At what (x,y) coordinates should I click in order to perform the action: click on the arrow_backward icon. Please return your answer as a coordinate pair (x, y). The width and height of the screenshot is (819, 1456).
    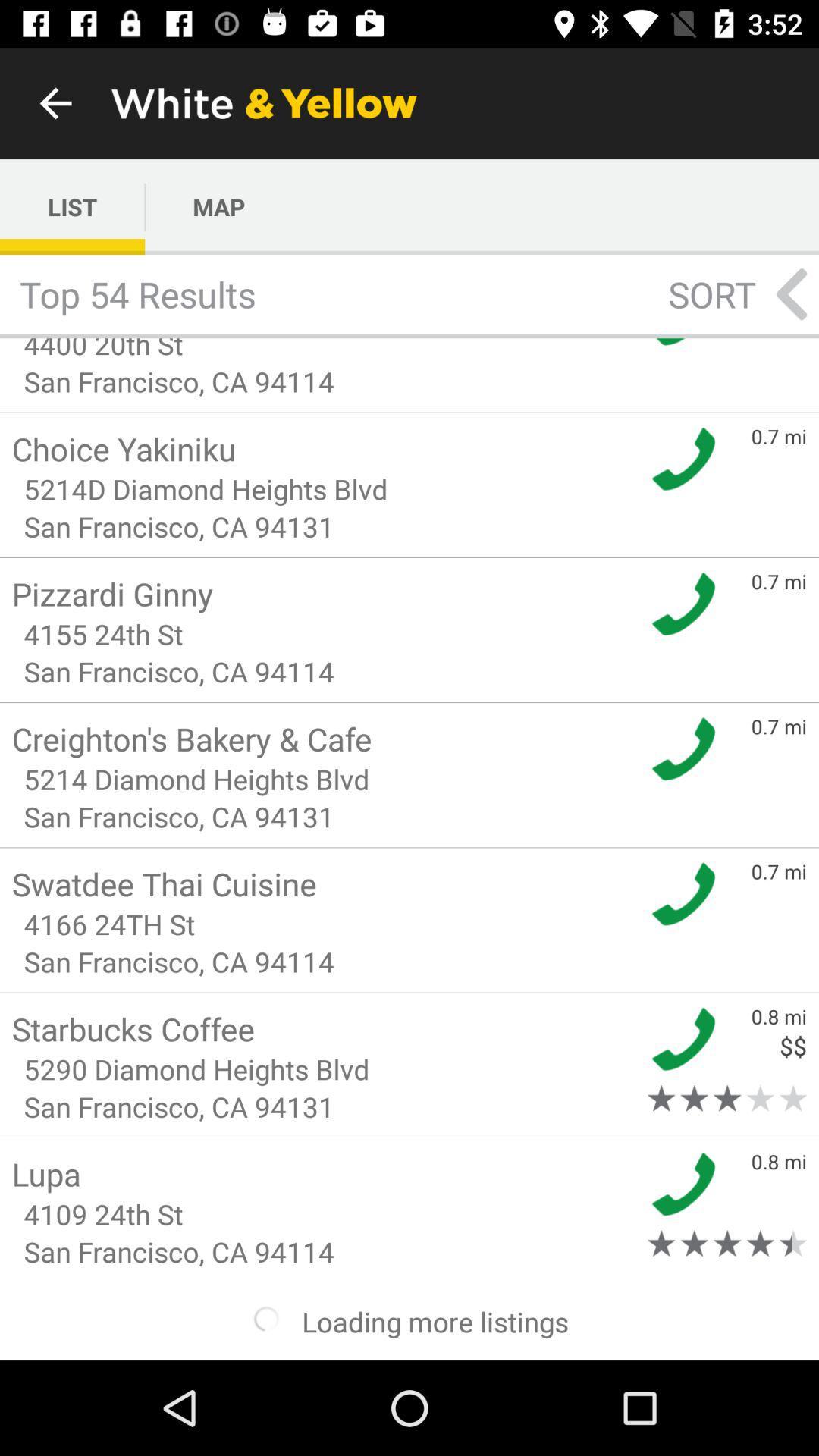
    Looking at the image, I should click on (791, 294).